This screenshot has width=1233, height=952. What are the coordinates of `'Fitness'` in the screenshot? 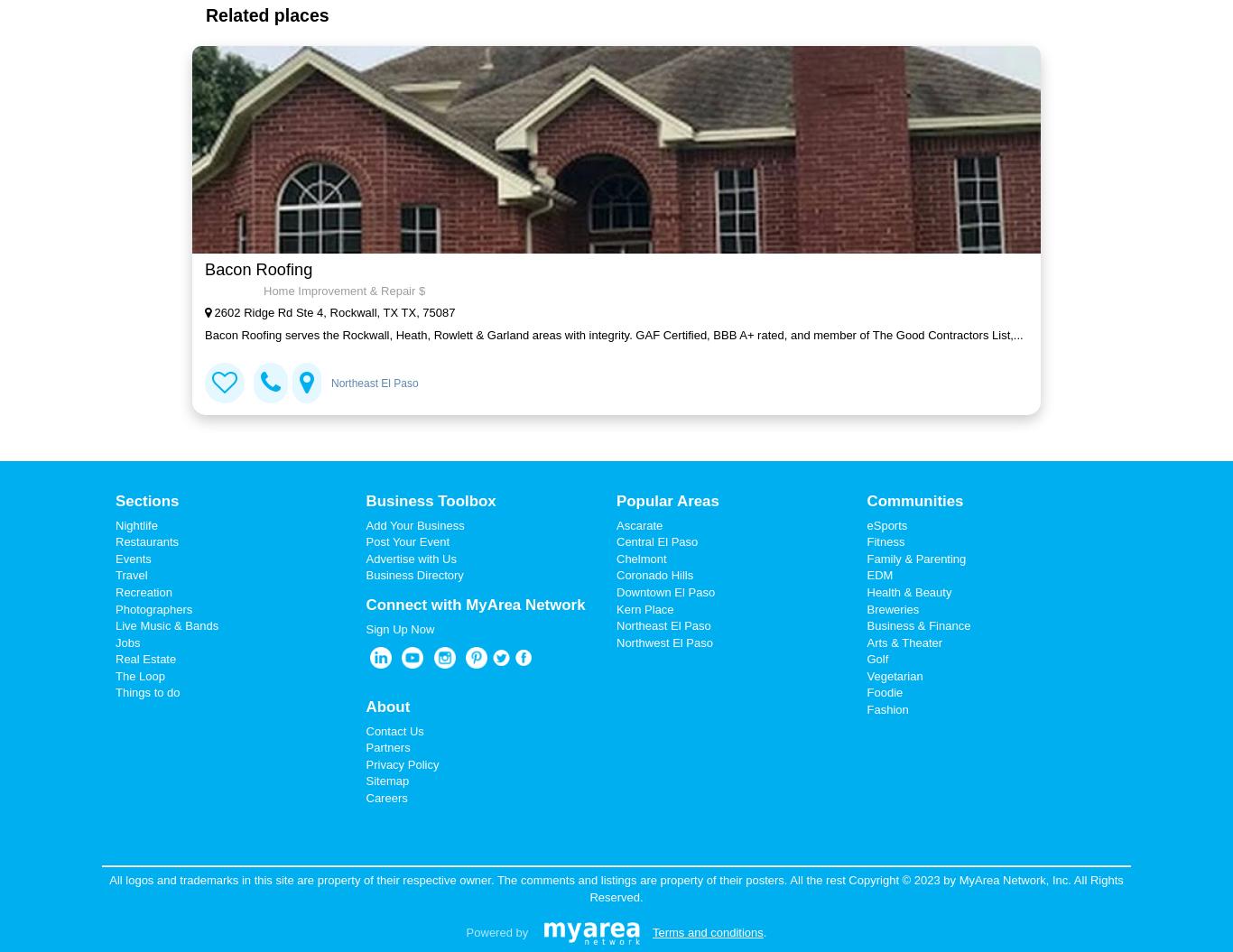 It's located at (867, 541).